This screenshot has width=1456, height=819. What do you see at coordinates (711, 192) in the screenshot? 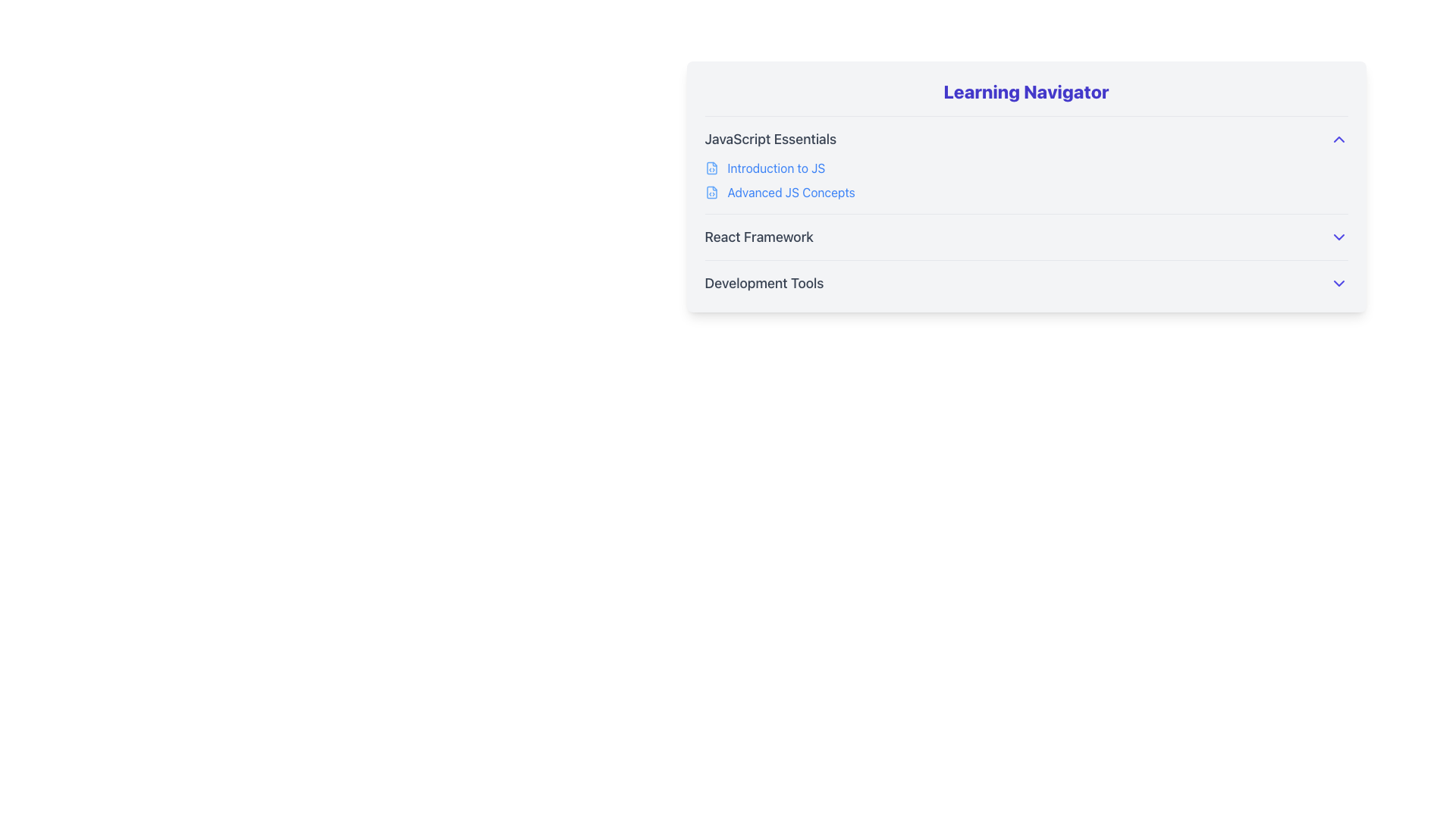
I see `the blue file document icon located to the left of the 'Advanced JS Concepts' label in the 'JavaScript Essentials' section` at bounding box center [711, 192].